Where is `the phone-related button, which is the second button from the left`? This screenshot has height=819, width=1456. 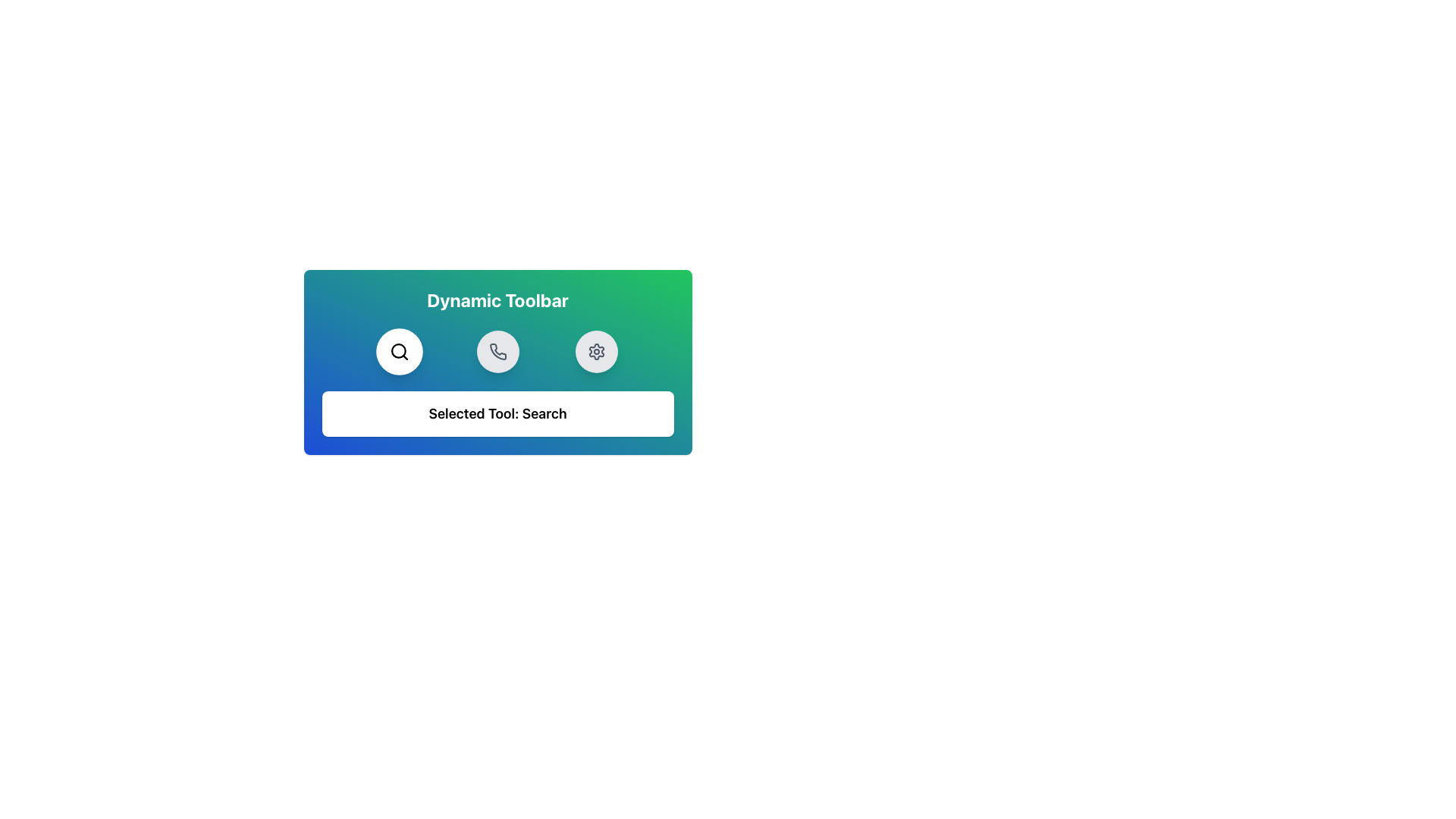
the phone-related button, which is the second button from the left is located at coordinates (497, 351).